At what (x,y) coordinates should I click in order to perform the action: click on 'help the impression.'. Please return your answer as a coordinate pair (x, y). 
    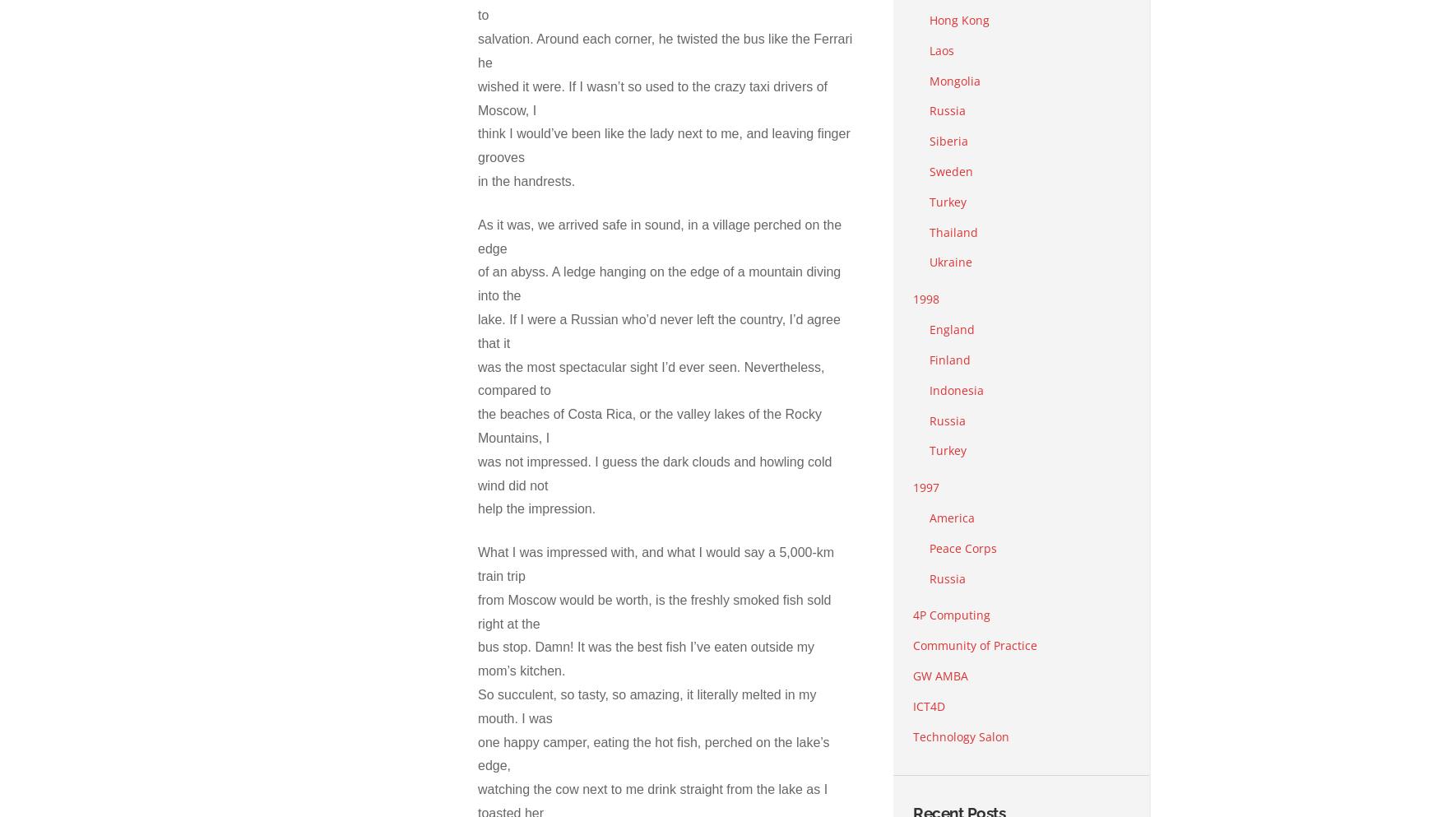
    Looking at the image, I should click on (477, 508).